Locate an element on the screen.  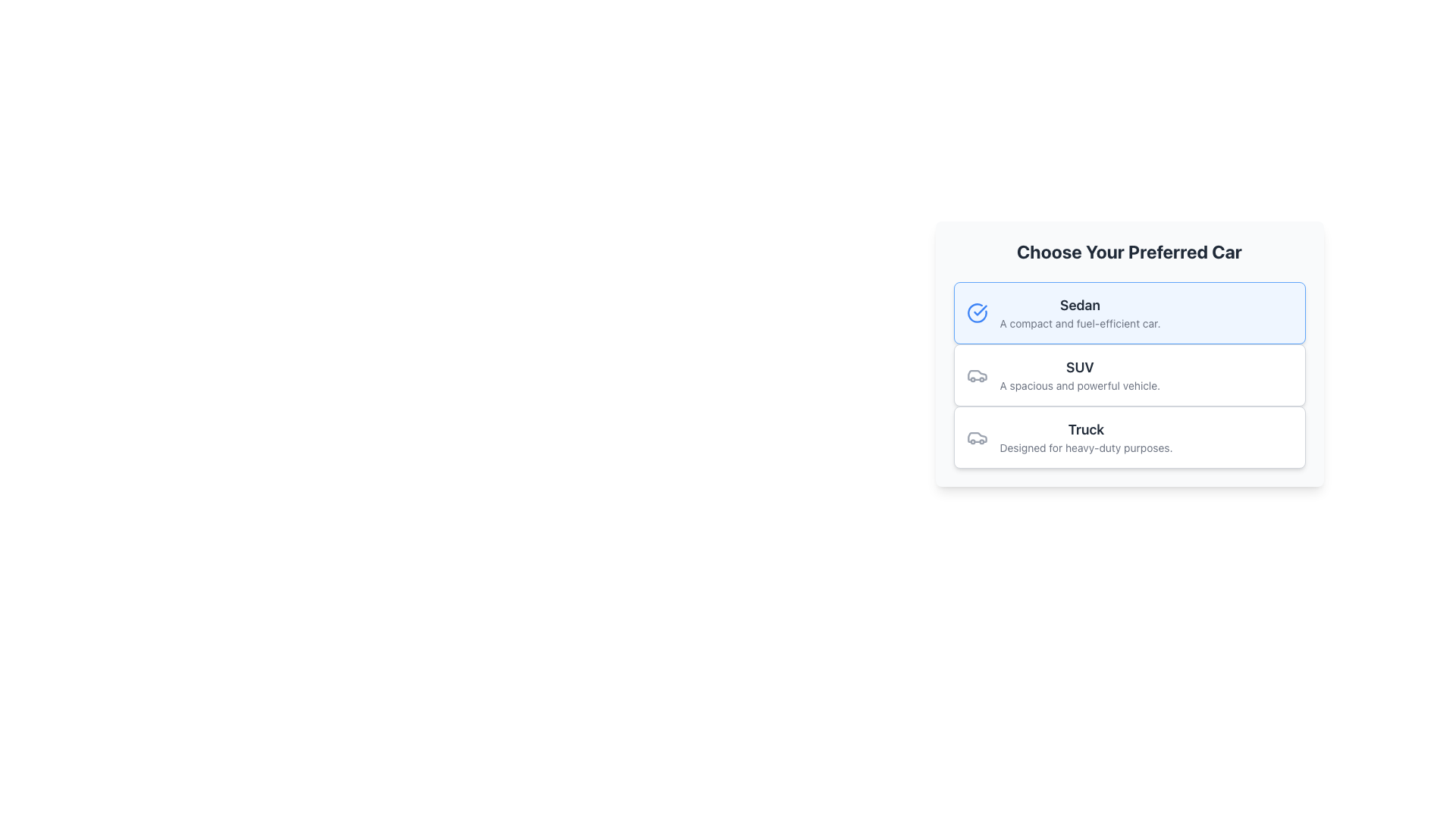
the car icon located to the left of the 'SUV' text in the car type selection panel is located at coordinates (977, 375).